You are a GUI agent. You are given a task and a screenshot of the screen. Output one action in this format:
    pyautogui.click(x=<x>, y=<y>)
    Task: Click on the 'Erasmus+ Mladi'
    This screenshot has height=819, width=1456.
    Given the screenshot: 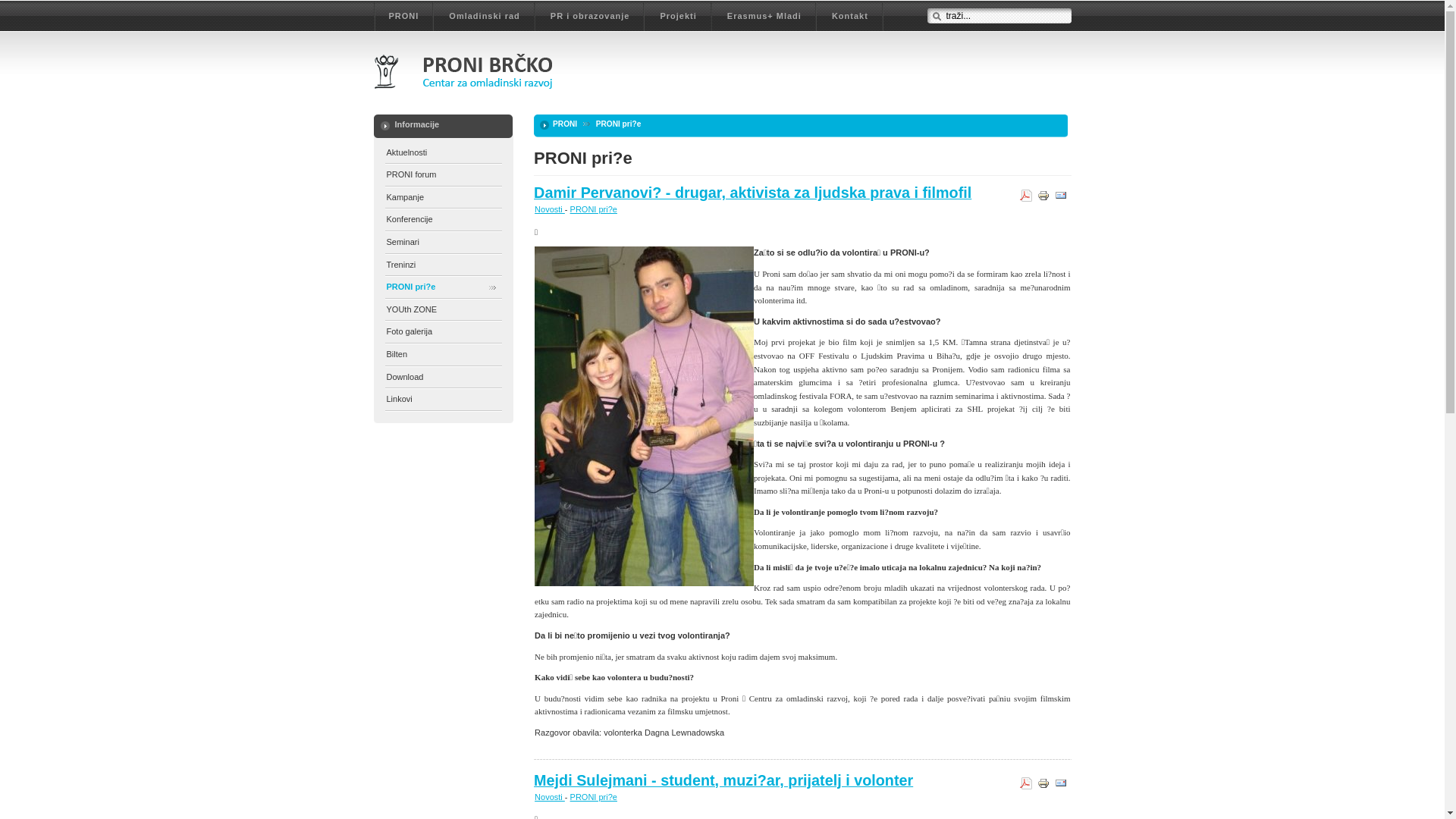 What is the action you would take?
    pyautogui.click(x=764, y=17)
    